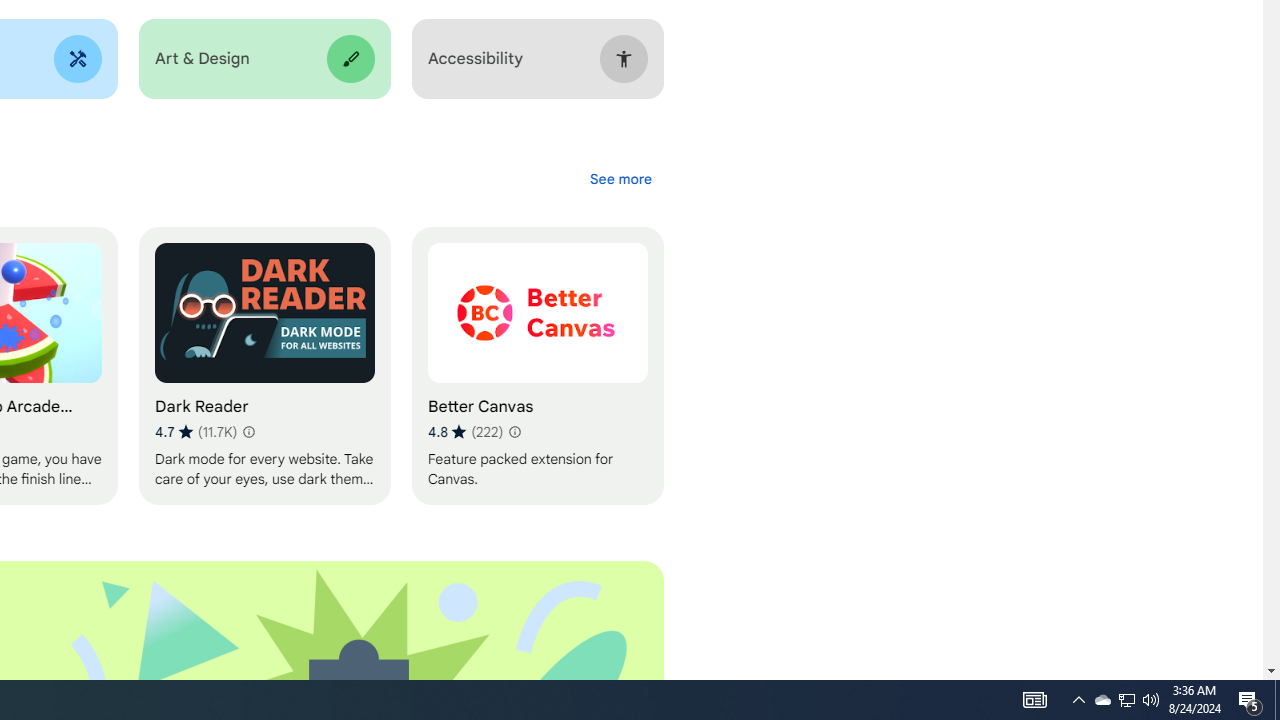 This screenshot has width=1280, height=720. I want to click on 'Dark Reader', so click(263, 366).